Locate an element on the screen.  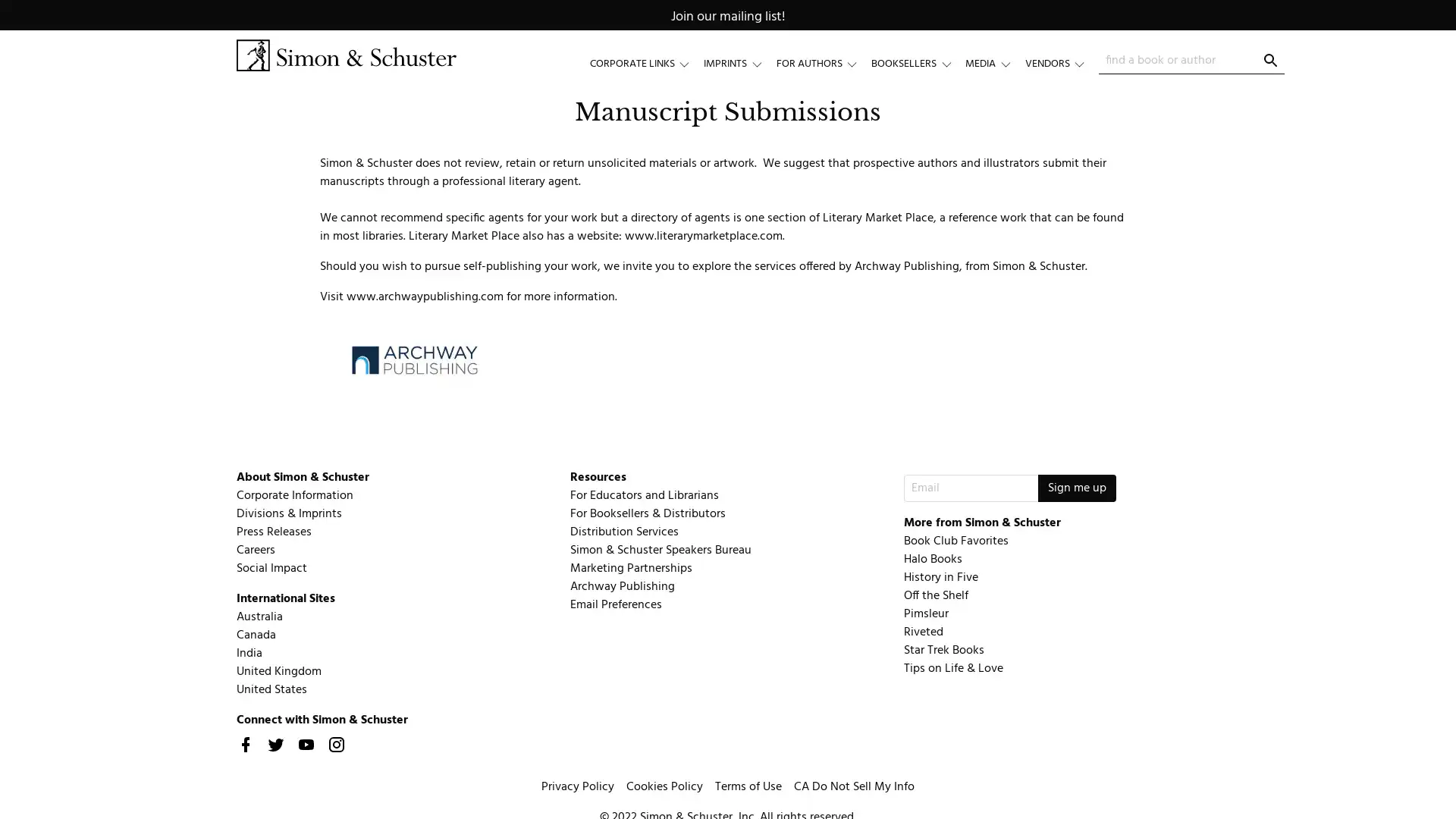
VENDORS is located at coordinates (1061, 63).